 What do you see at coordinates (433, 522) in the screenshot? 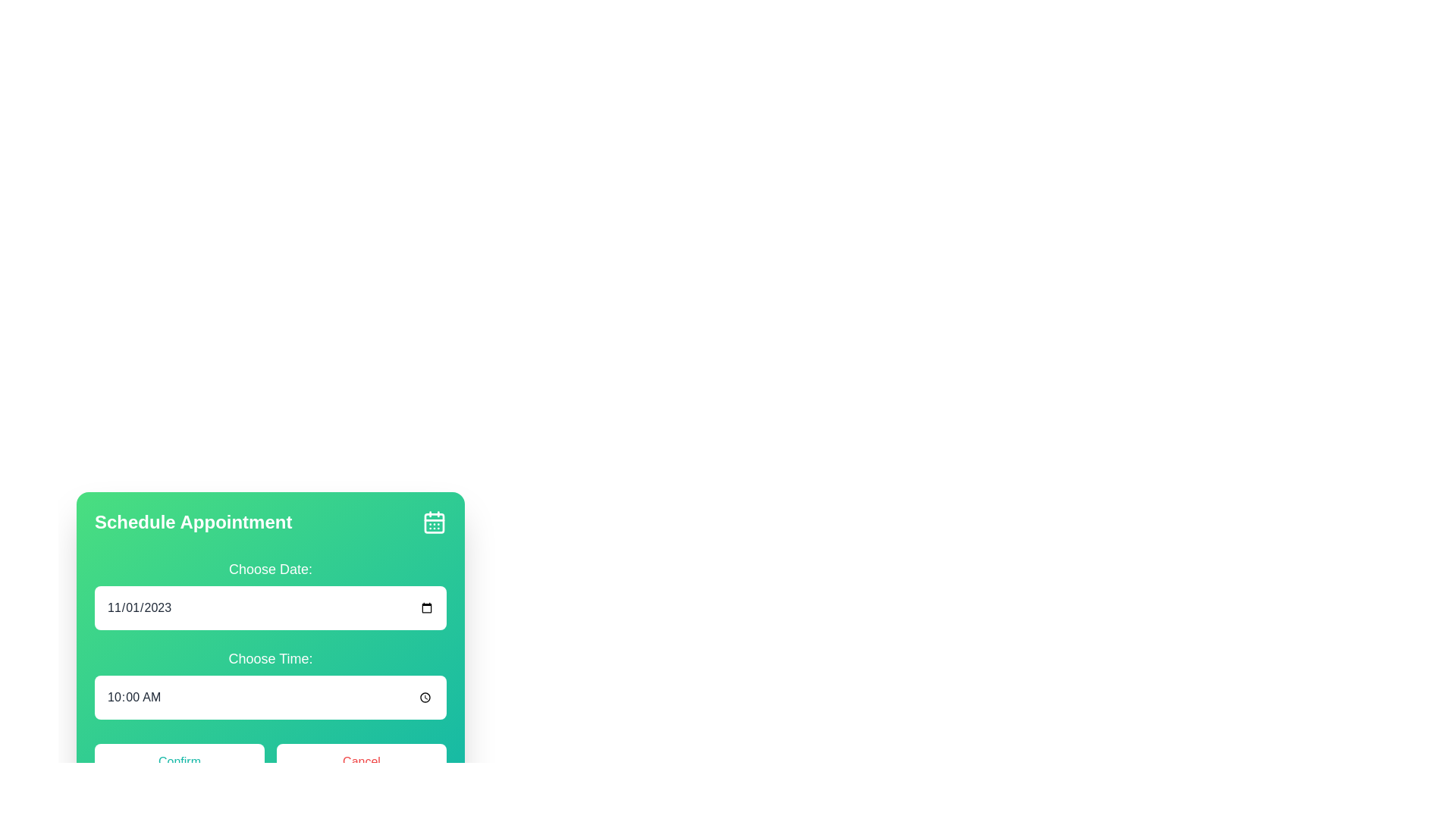
I see `the calendar icon with a minimalistic design, featuring an outline and small dots, located at the top-right corner of the 'Schedule Appointment' section` at bounding box center [433, 522].